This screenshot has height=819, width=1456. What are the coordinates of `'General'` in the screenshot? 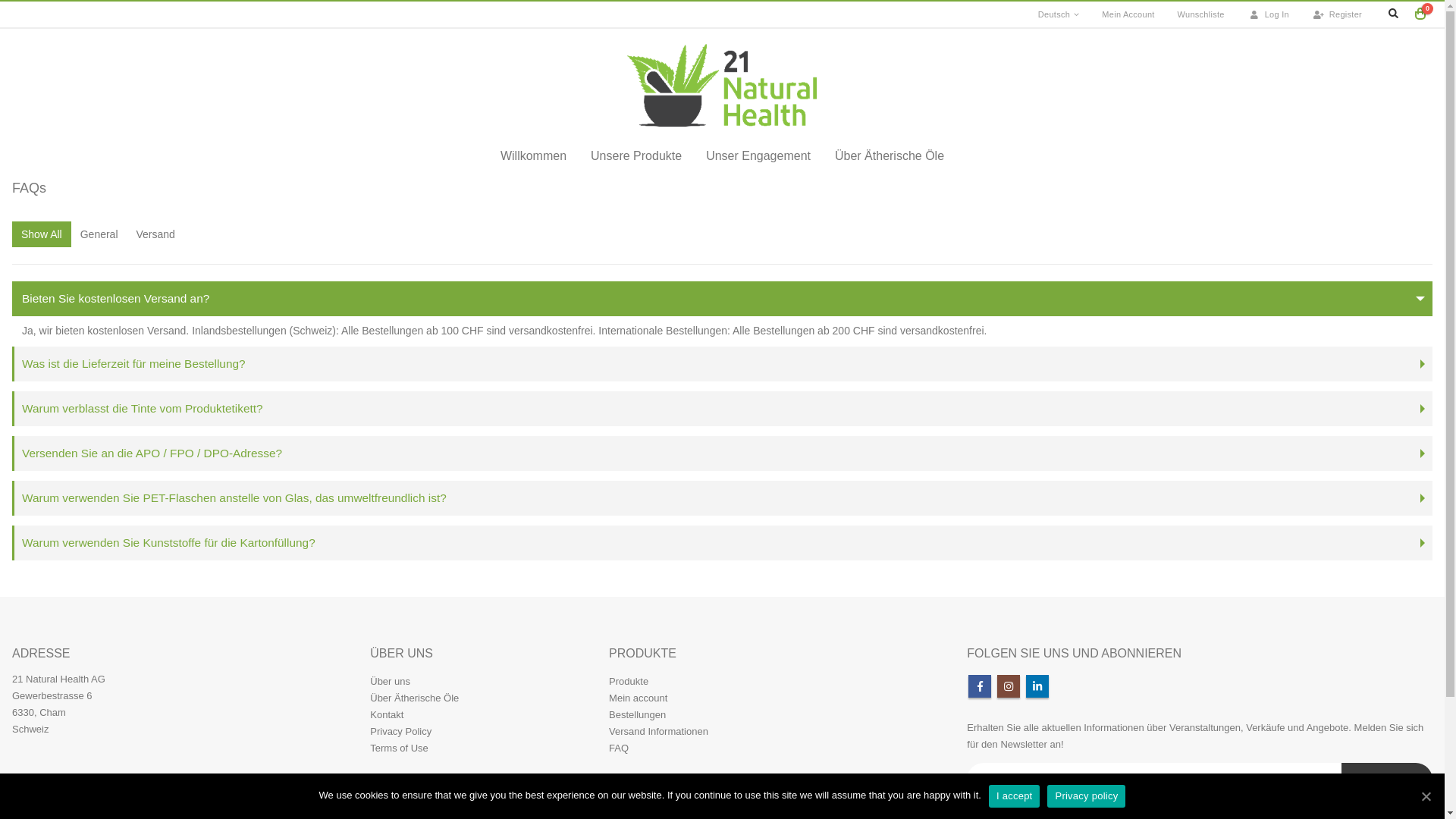 It's located at (98, 234).